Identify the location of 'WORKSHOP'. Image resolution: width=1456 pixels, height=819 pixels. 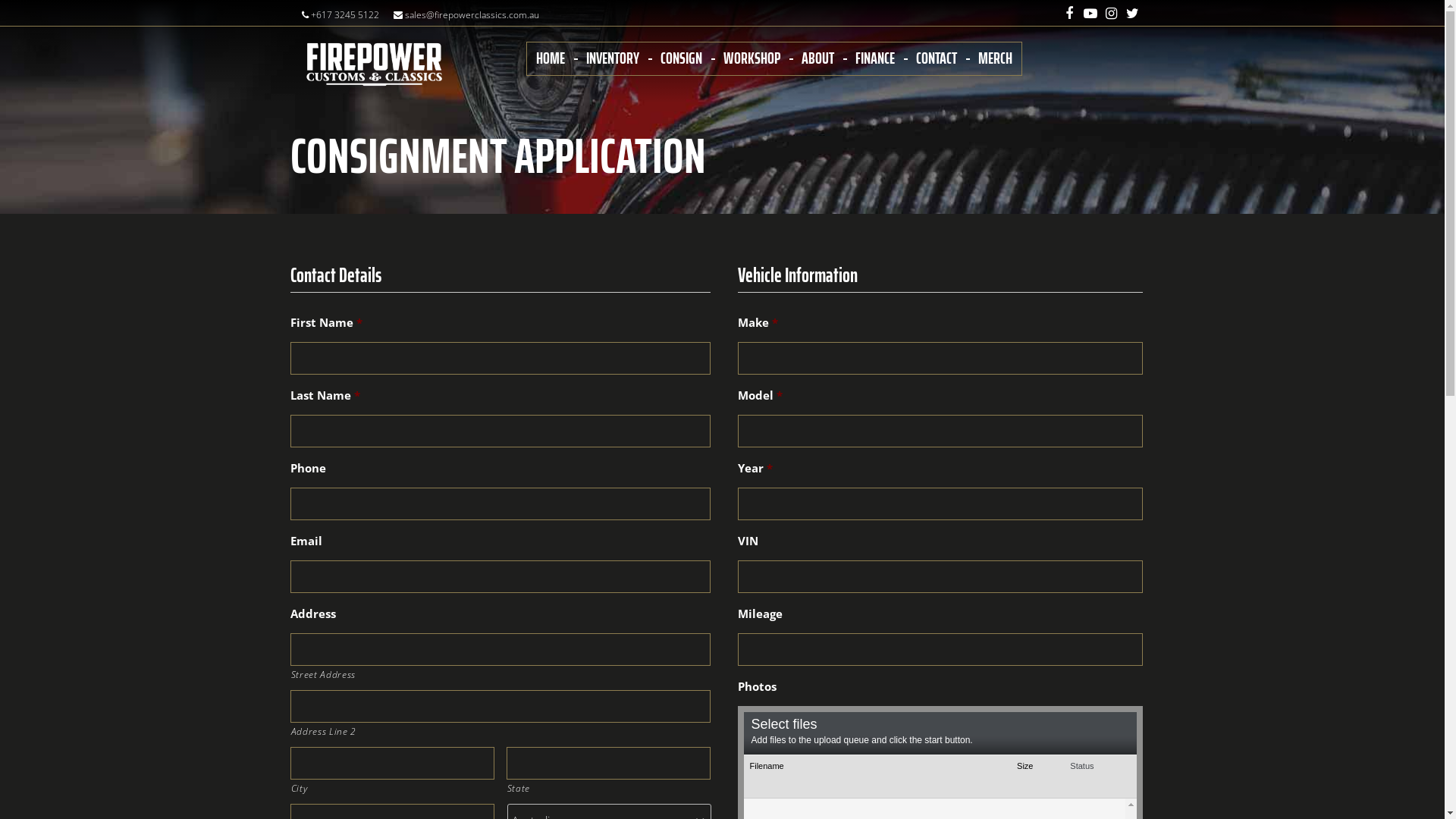
(752, 57).